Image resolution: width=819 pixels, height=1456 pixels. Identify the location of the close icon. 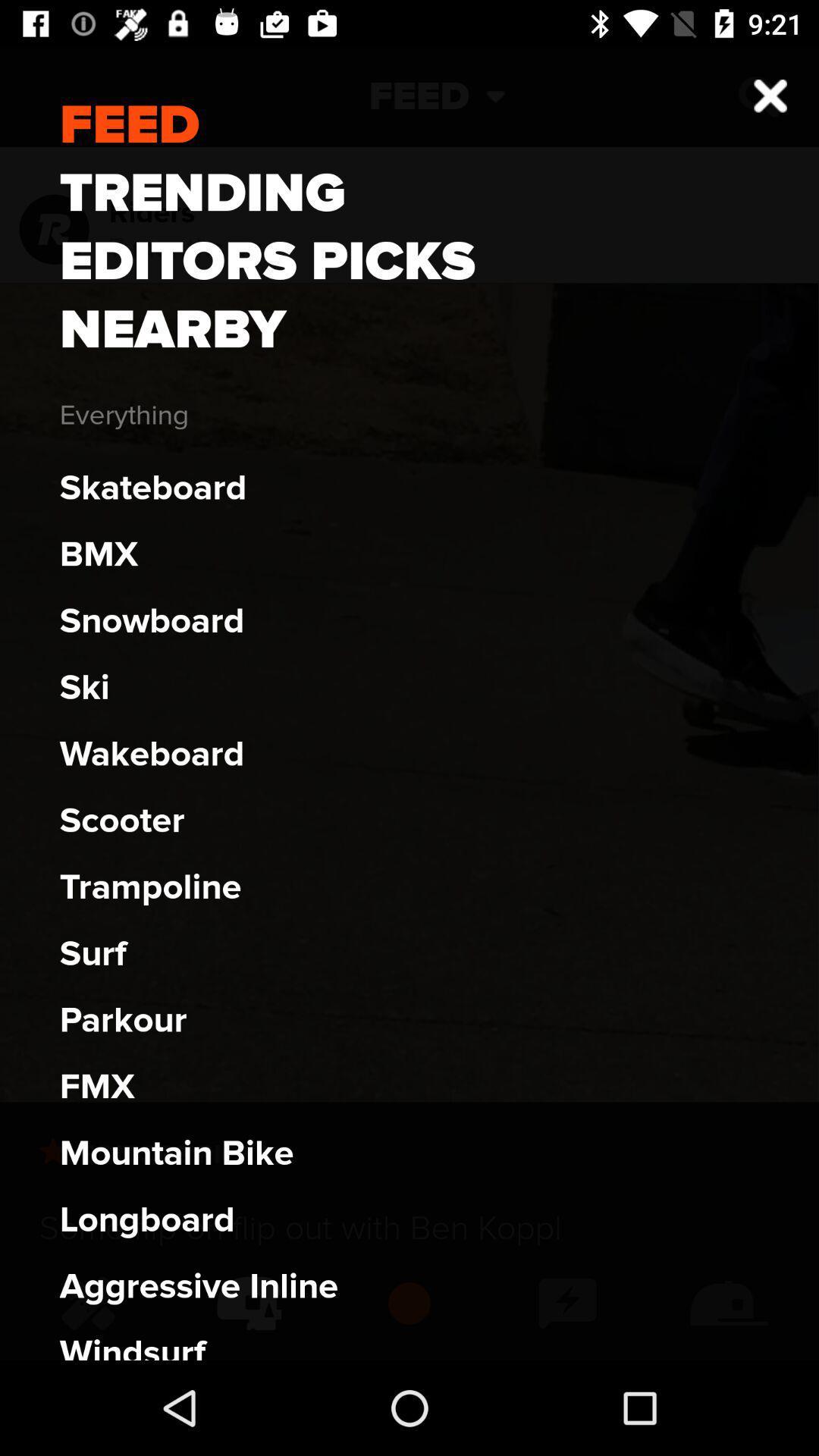
(770, 95).